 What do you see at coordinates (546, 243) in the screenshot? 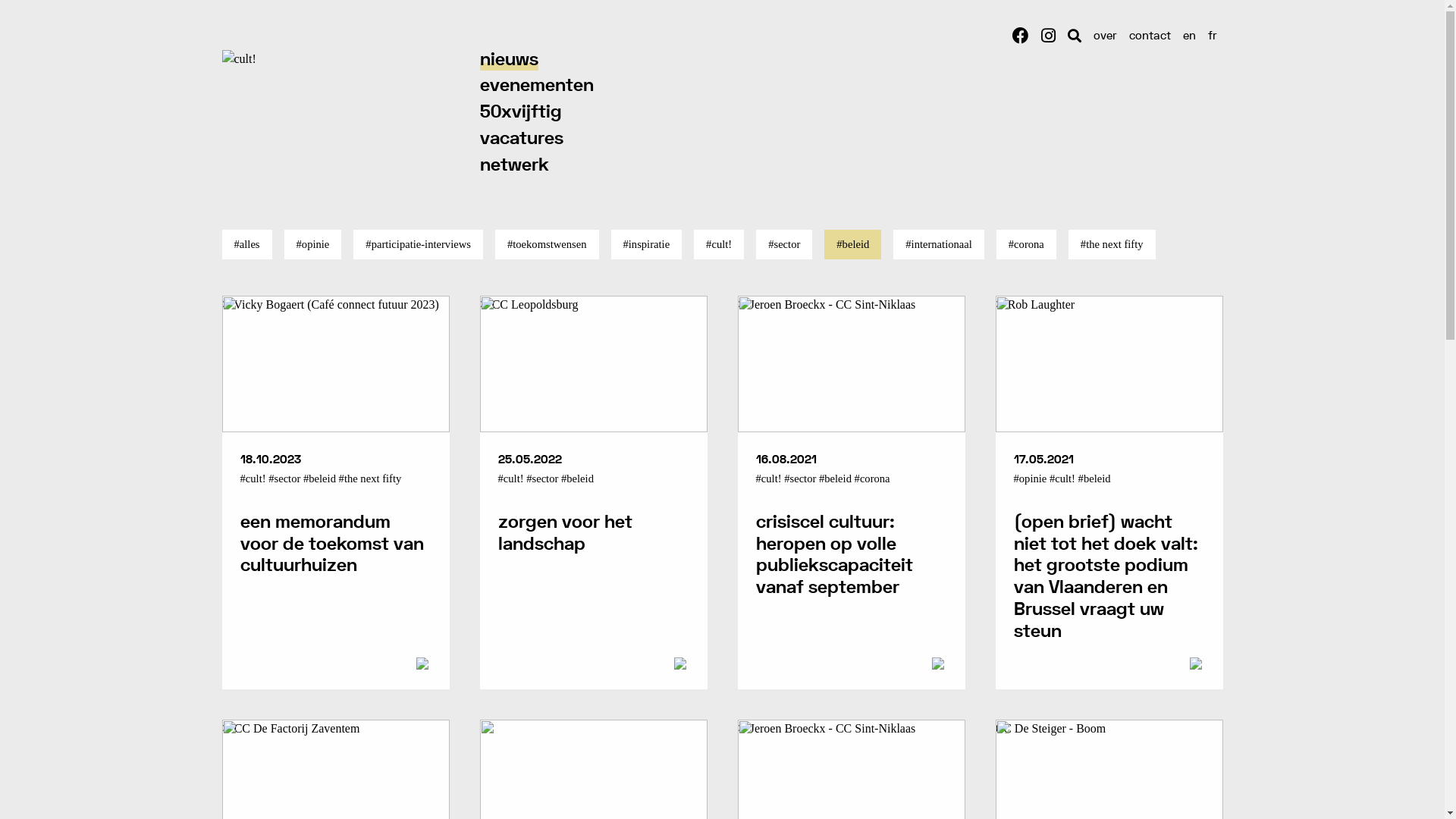
I see `'#toekomstwensen'` at bounding box center [546, 243].